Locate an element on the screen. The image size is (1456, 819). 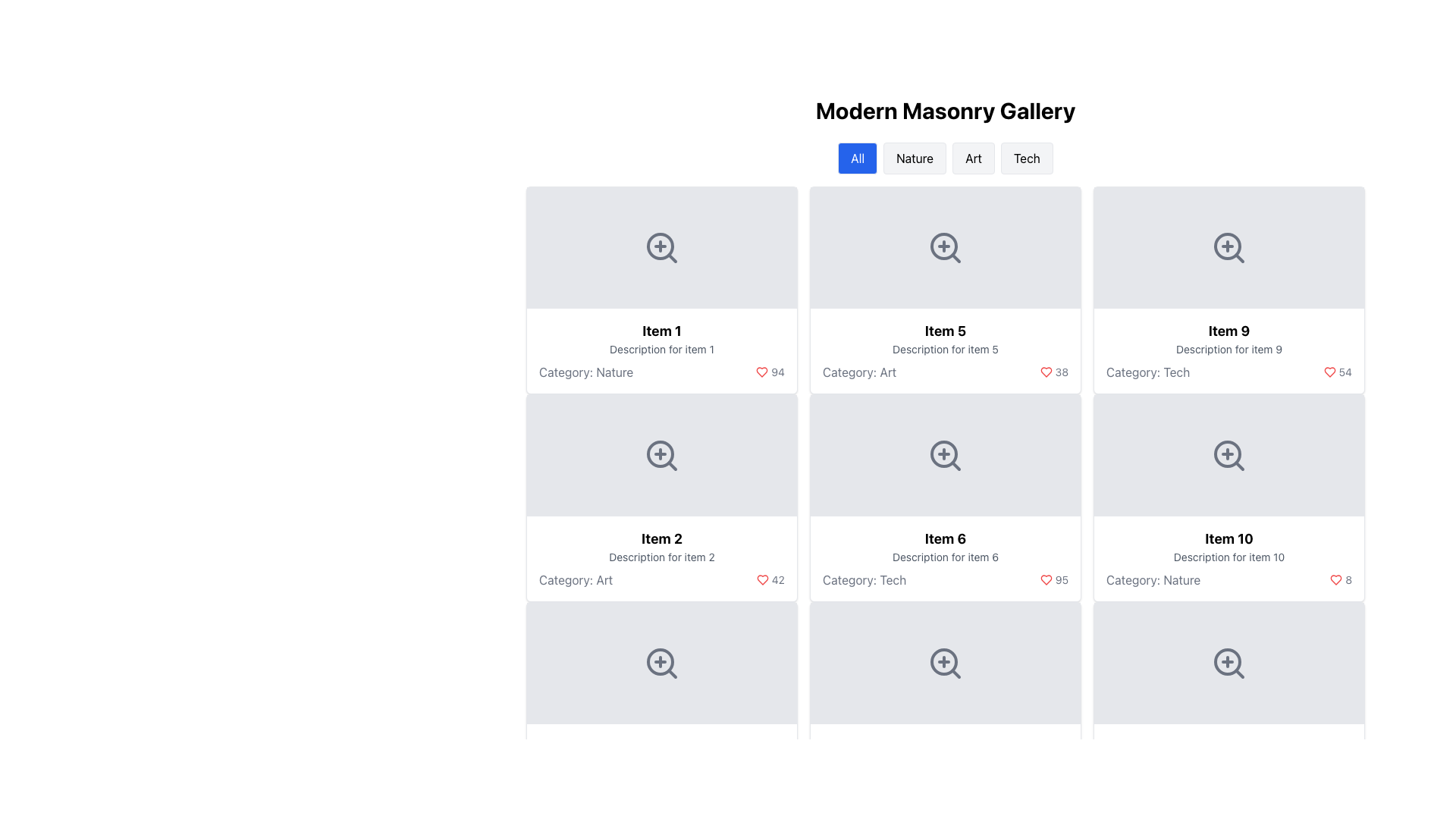
the zoom-in icon located at the bottom-right corner of the card for 'Item 10' is located at coordinates (1229, 455).